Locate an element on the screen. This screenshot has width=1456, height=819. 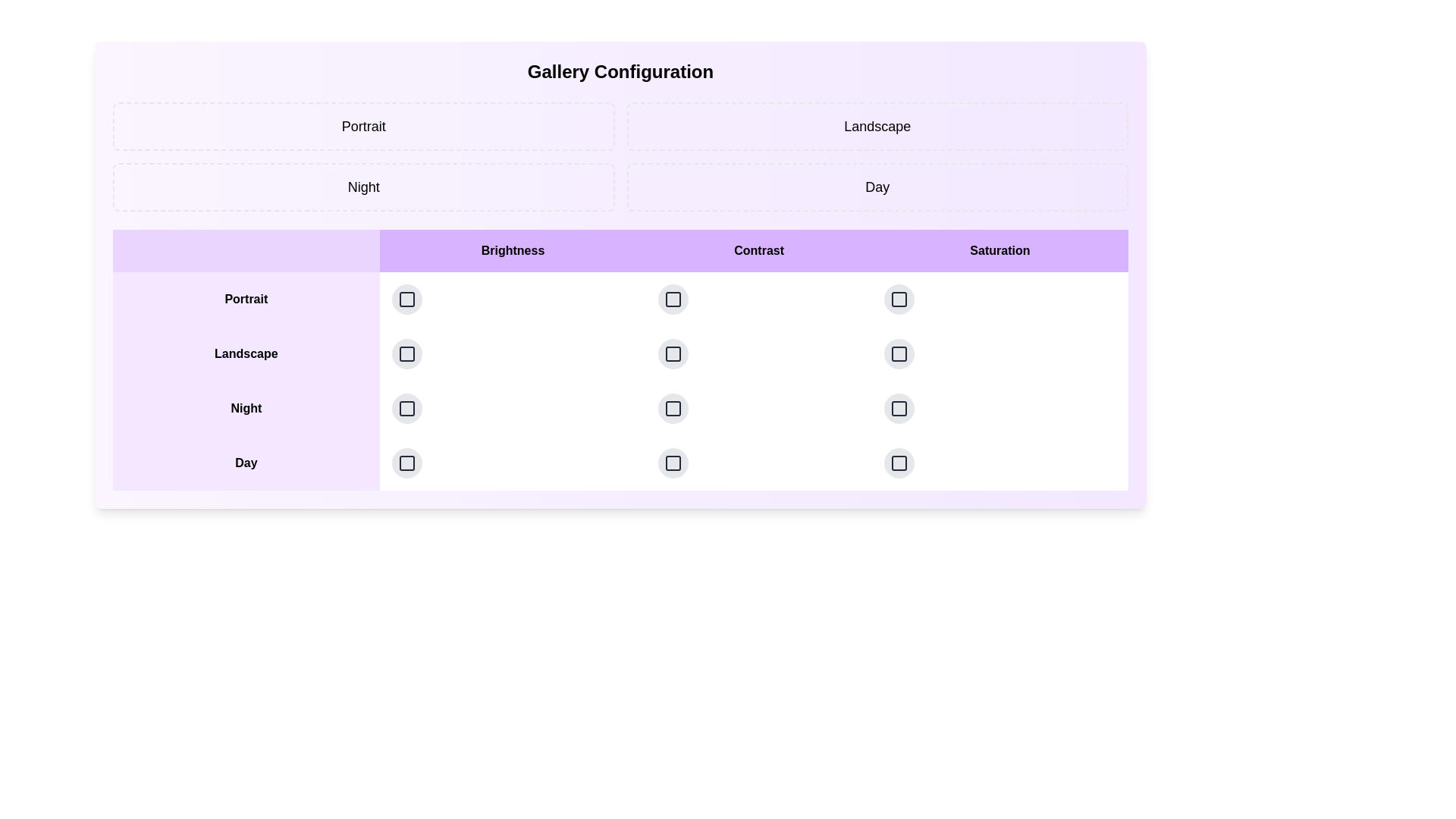
the small square-shaped button with a circular border and a light gray background located in the 'Gallery Configuration' section, specifically in the fourth row labeled 'Day' and the third column titled 'Saturation' is located at coordinates (899, 462).